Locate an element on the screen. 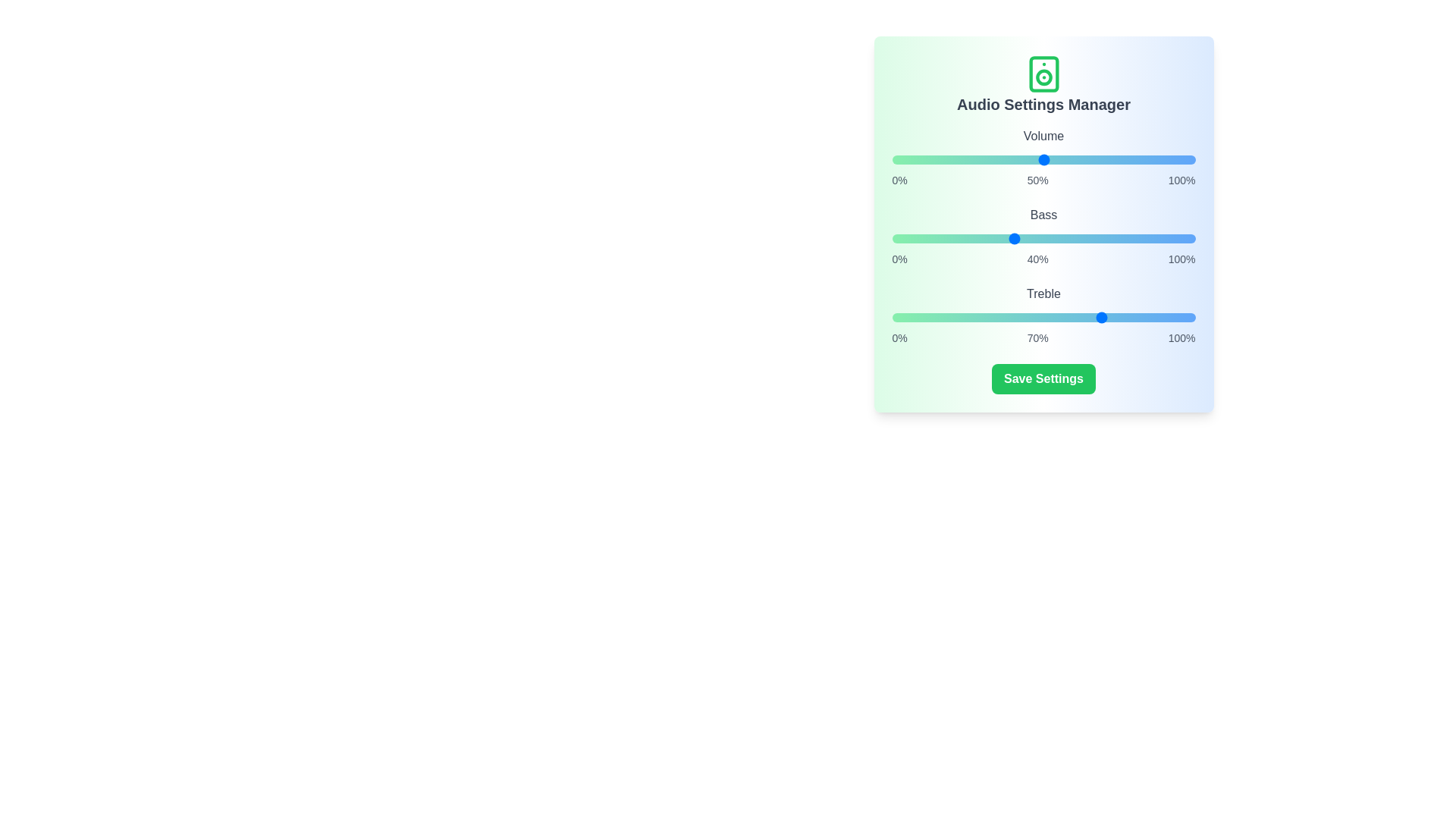 The image size is (1456, 819). the treble slider to 1% is located at coordinates (895, 317).